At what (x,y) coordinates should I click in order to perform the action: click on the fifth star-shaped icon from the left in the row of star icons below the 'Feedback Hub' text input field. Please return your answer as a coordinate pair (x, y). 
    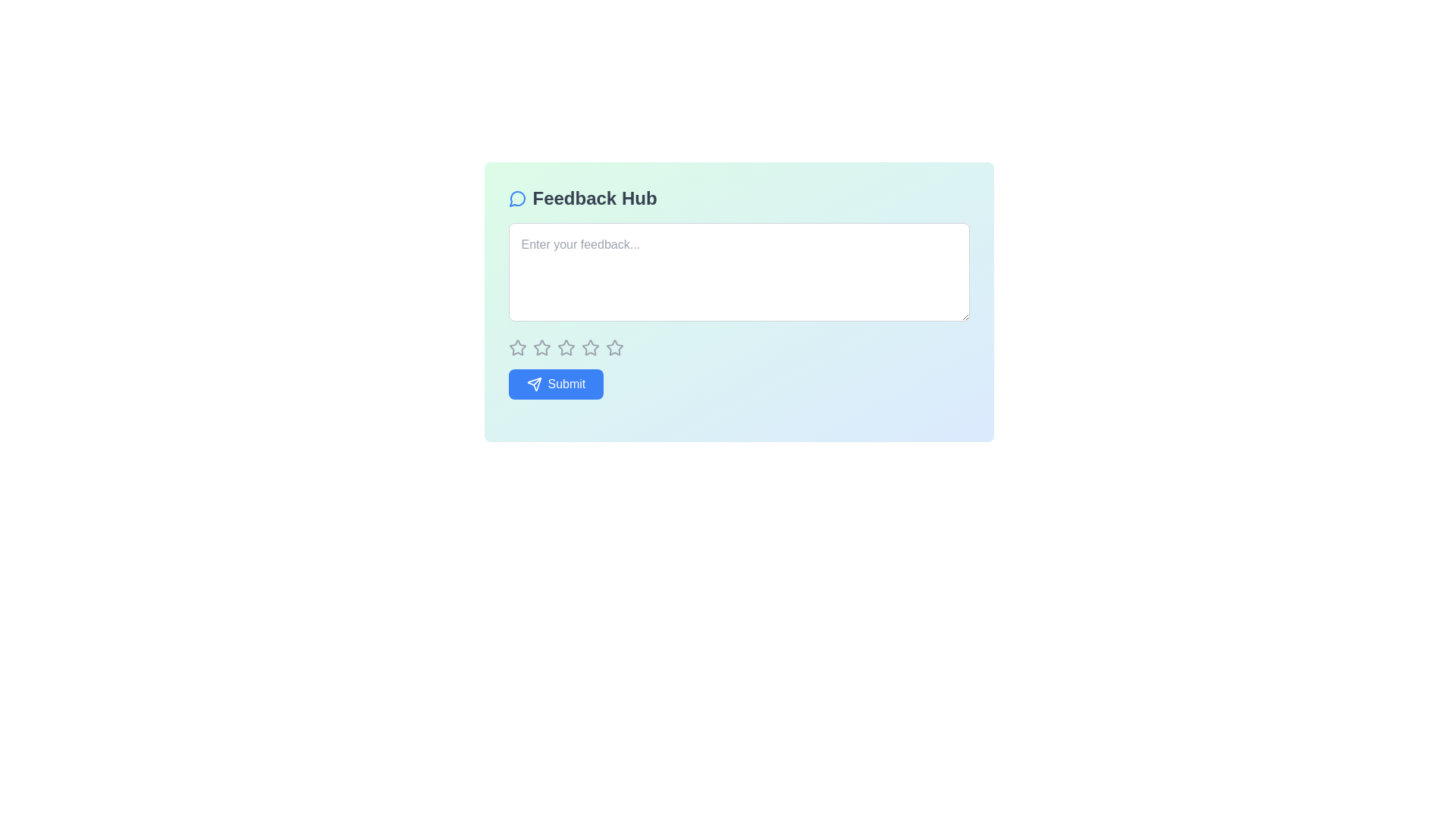
    Looking at the image, I should click on (614, 348).